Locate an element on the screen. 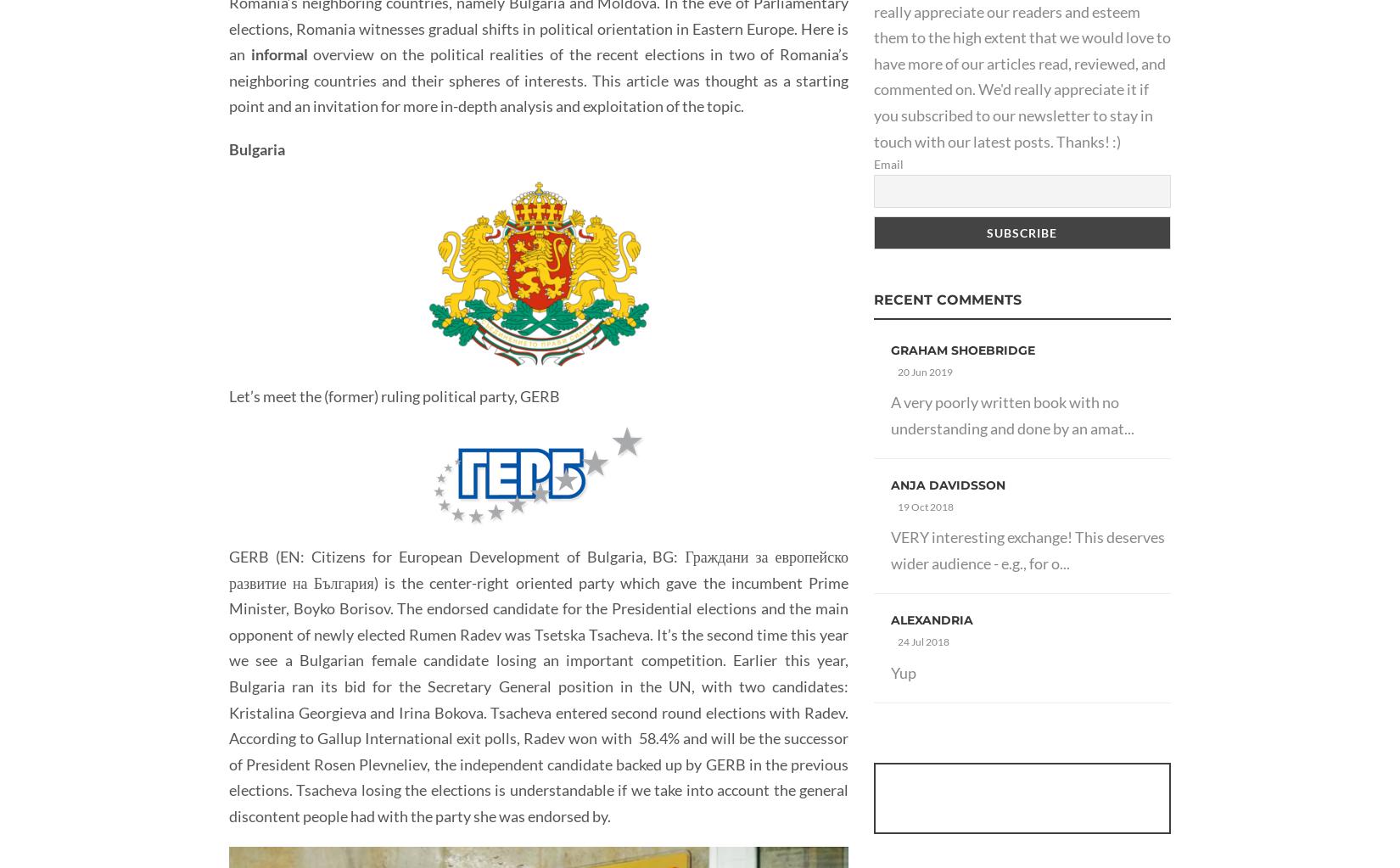 This screenshot has height=868, width=1400. '24 Jul 2018' is located at coordinates (923, 641).